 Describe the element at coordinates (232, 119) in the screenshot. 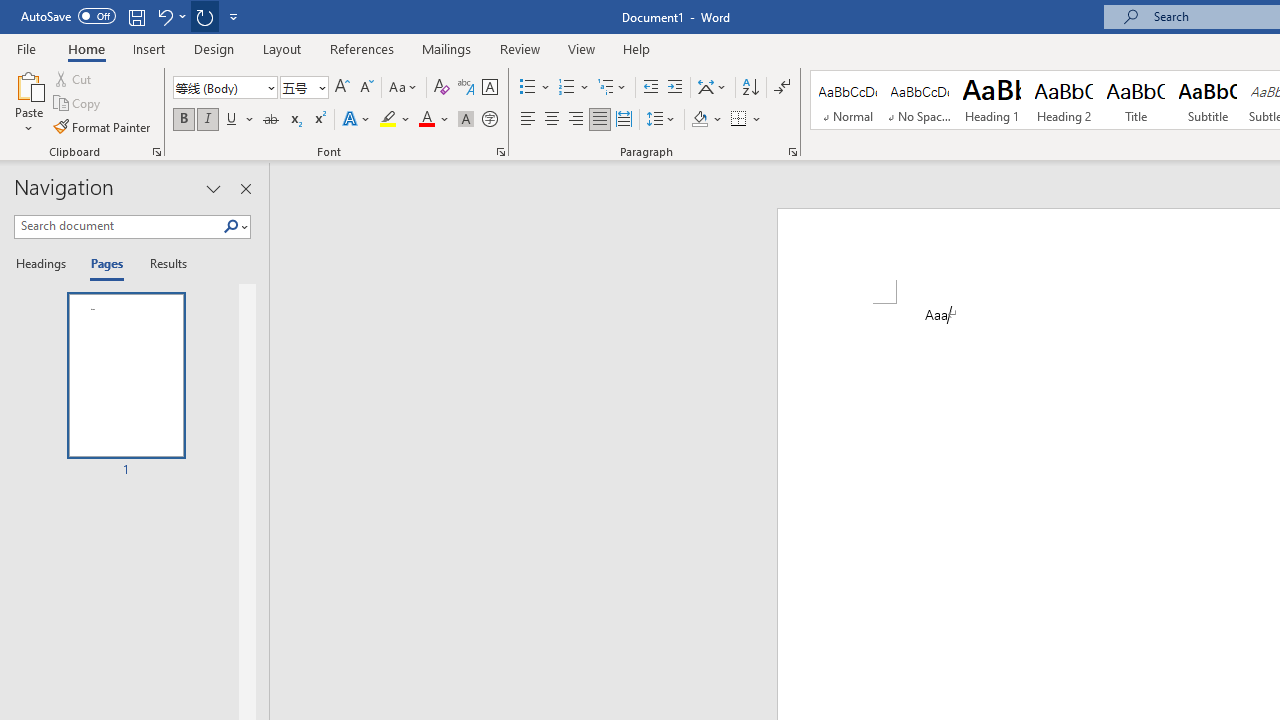

I see `'Underline'` at that location.